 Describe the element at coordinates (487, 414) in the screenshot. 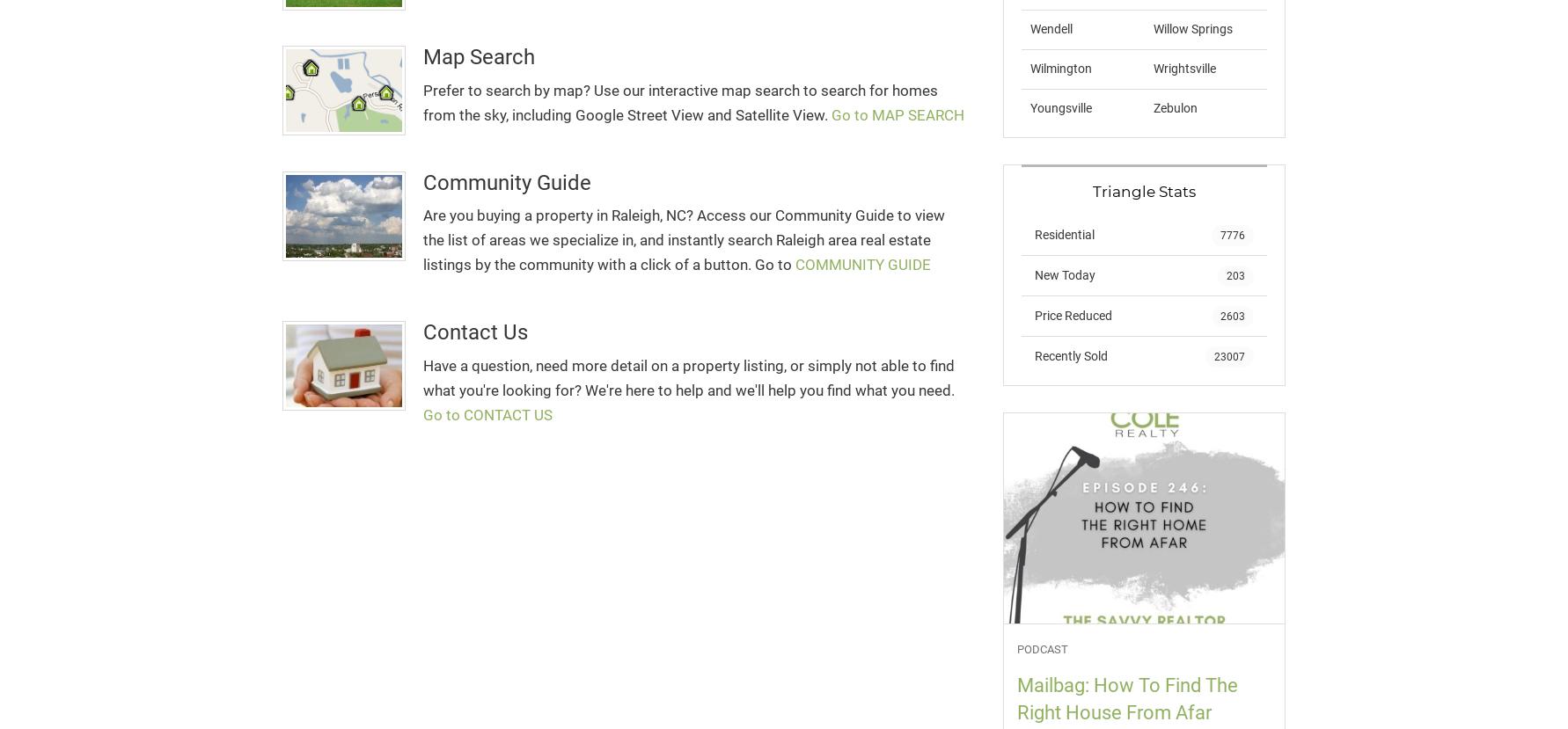

I see `'Go to CONTACT US'` at that location.